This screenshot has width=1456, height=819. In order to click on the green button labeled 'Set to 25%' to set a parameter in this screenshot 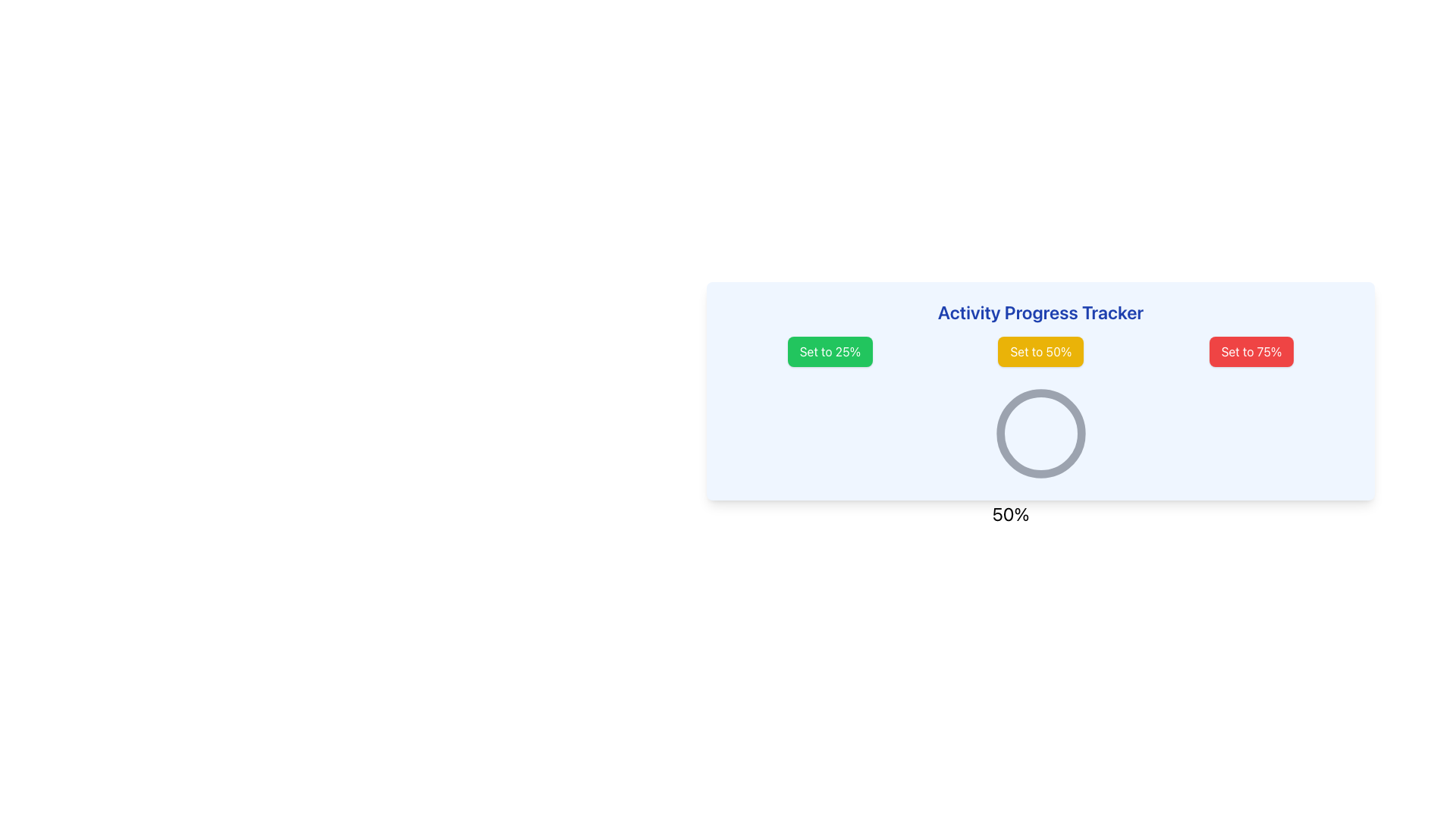, I will do `click(829, 351)`.